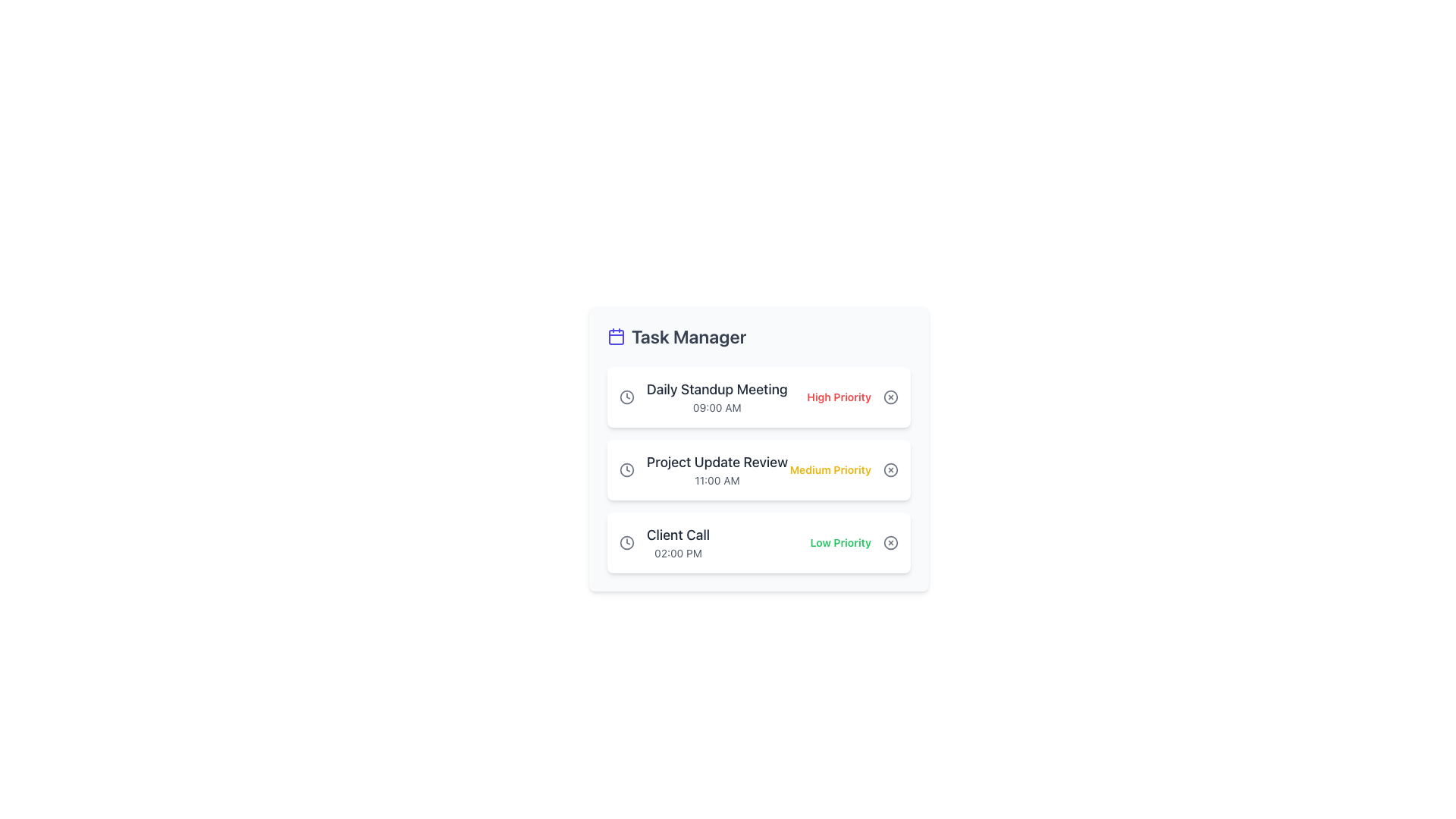  I want to click on the decorative icon component to the left of the 'Task Manager' header, which is the inner square of the calendar icon, so click(616, 336).